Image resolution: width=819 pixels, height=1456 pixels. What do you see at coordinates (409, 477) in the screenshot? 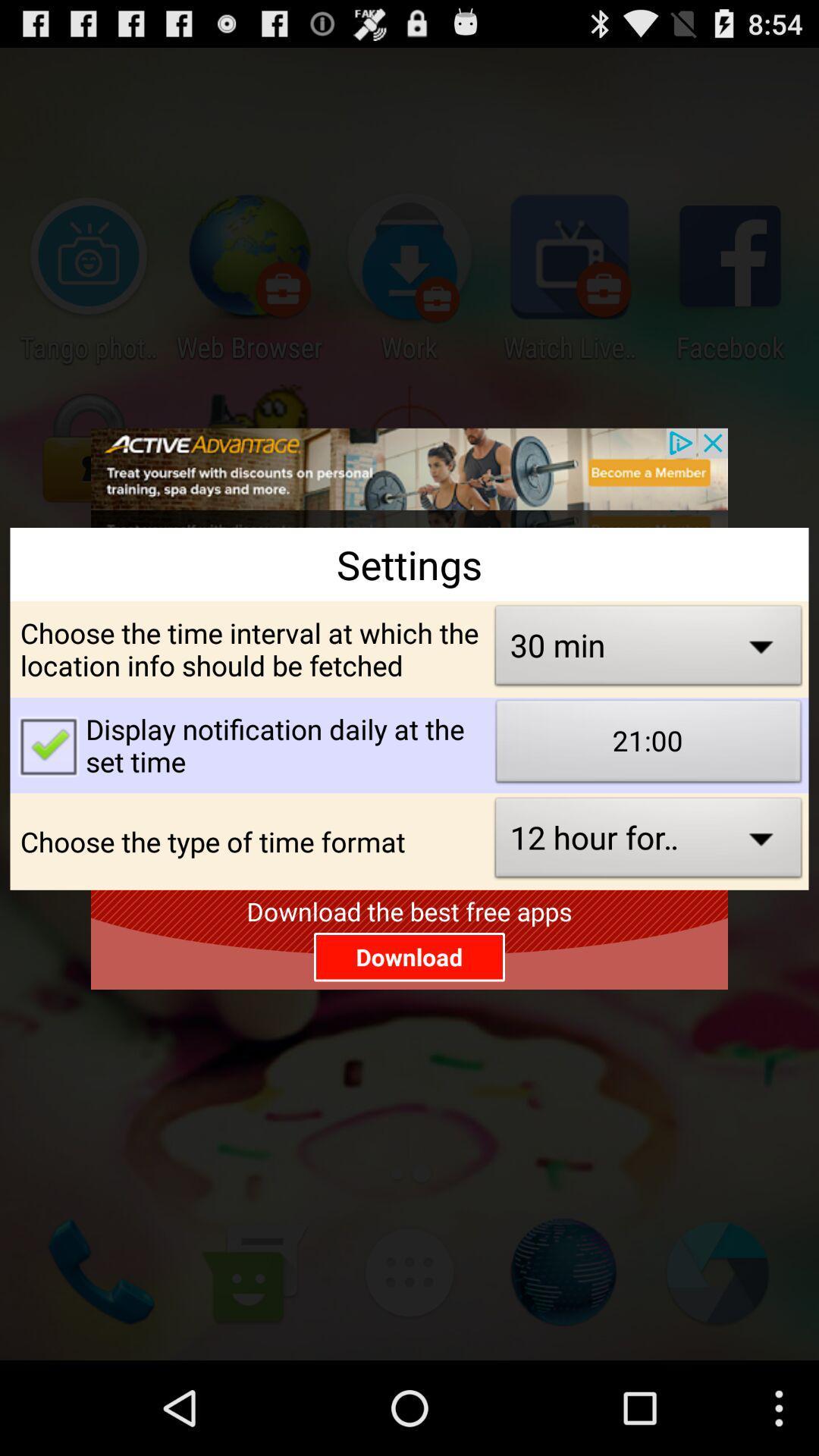
I see `watch advertisement` at bounding box center [409, 477].